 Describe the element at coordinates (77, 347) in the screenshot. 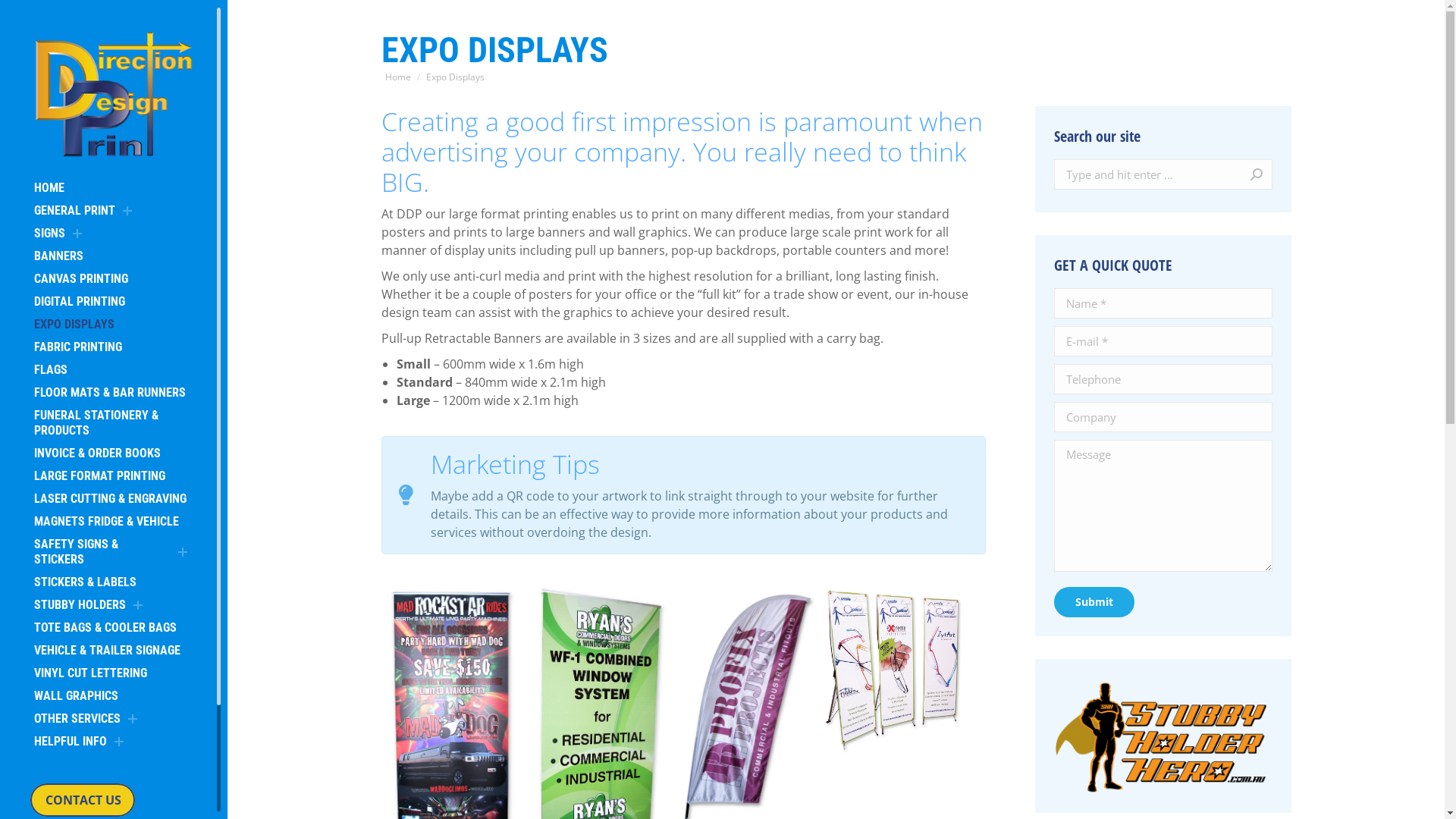

I see `'FABRIC PRINTING'` at that location.